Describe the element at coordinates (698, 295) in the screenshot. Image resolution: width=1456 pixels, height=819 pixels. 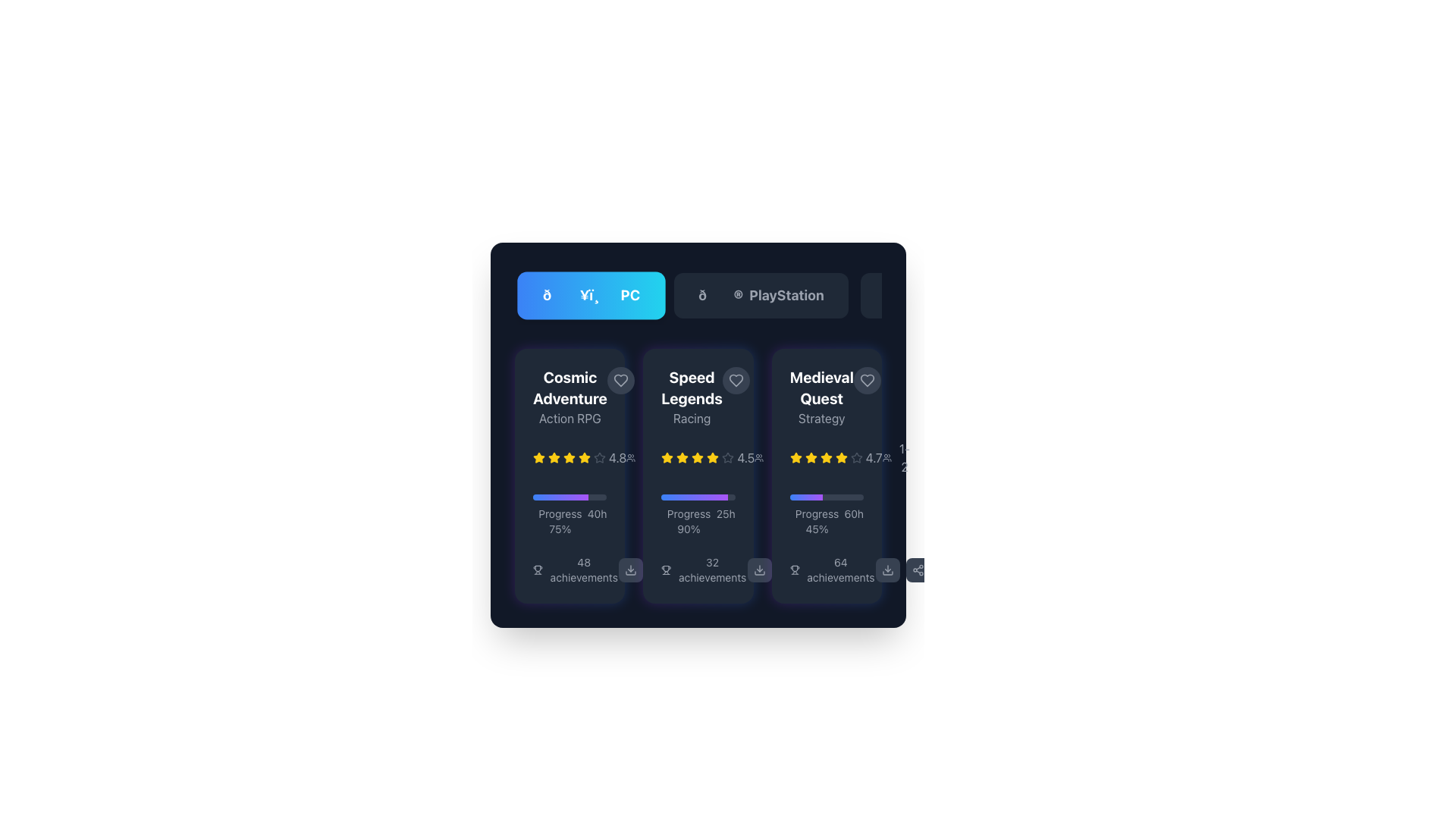
I see `the button in the Horizontal Scrolling Menu` at that location.